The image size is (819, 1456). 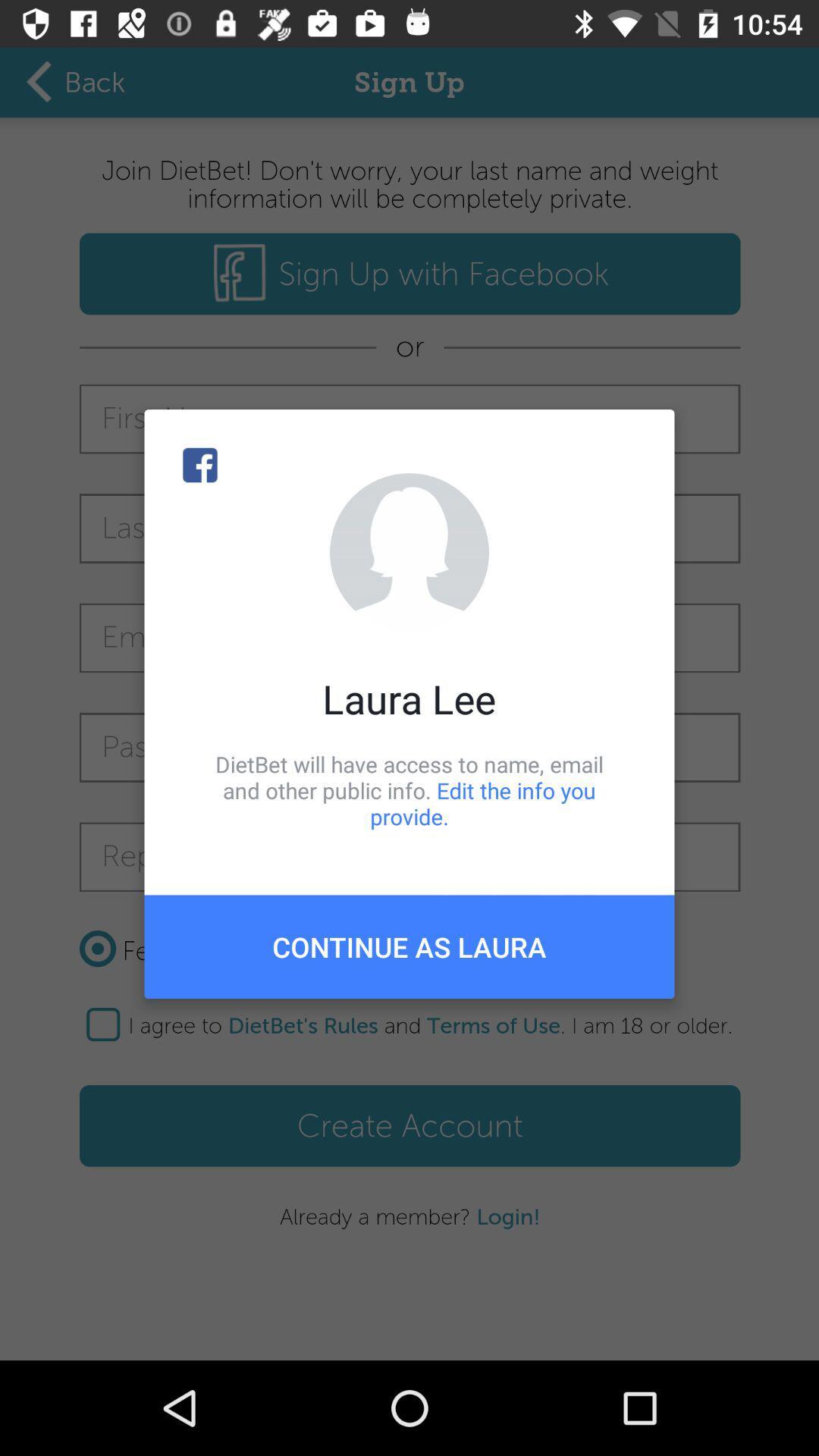 I want to click on the dietbet will have, so click(x=409, y=789).